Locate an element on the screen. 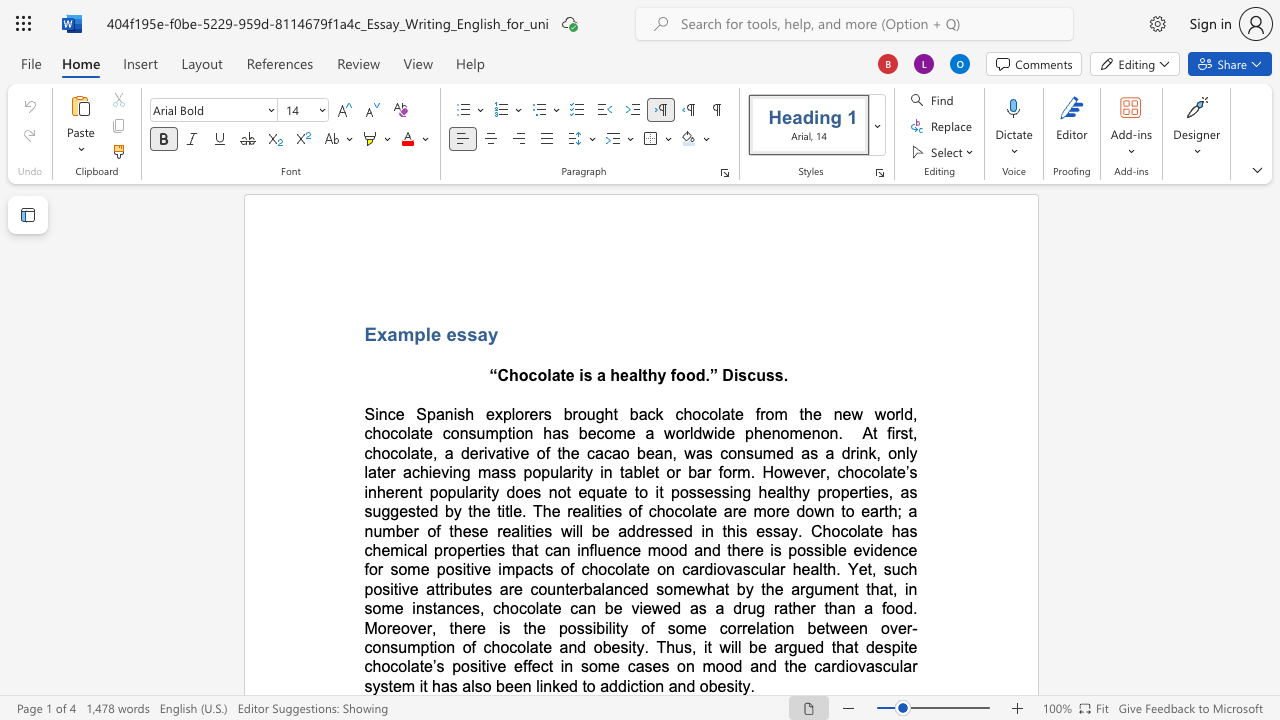 This screenshot has width=1280, height=720. the space between the continuous character "l" and "t" in the text is located at coordinates (823, 569).